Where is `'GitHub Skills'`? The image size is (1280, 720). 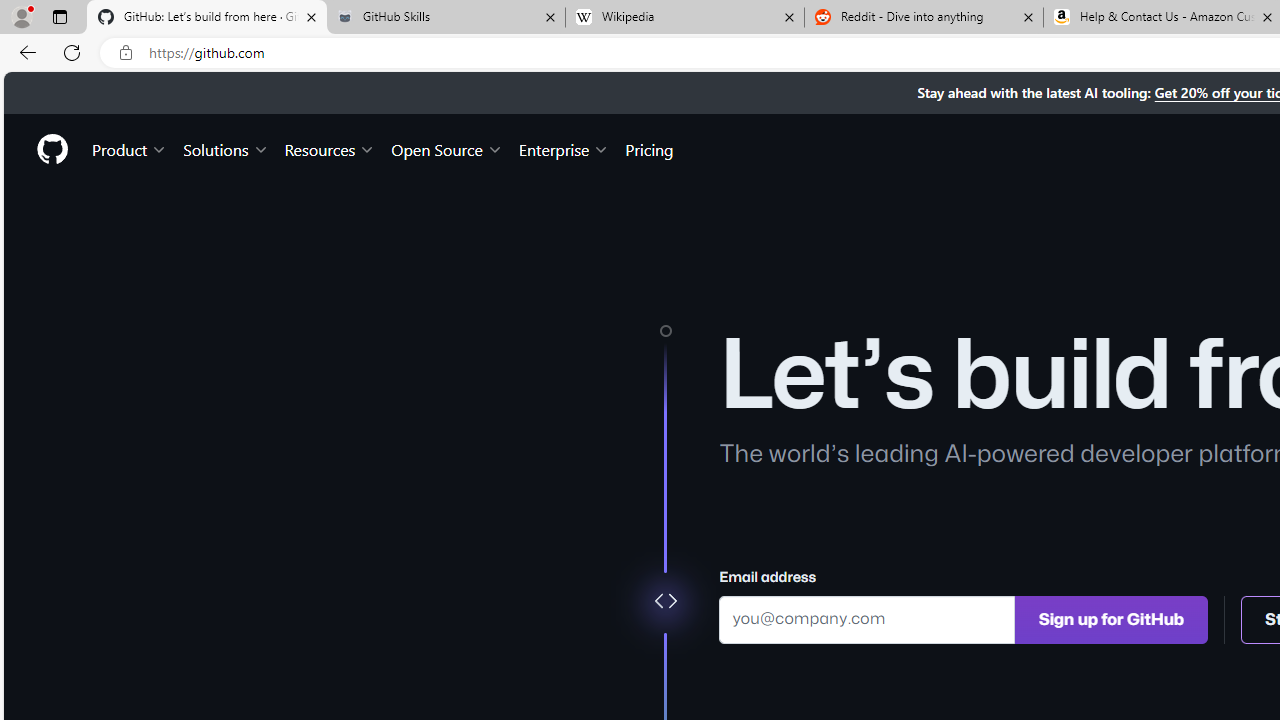 'GitHub Skills' is located at coordinates (444, 17).